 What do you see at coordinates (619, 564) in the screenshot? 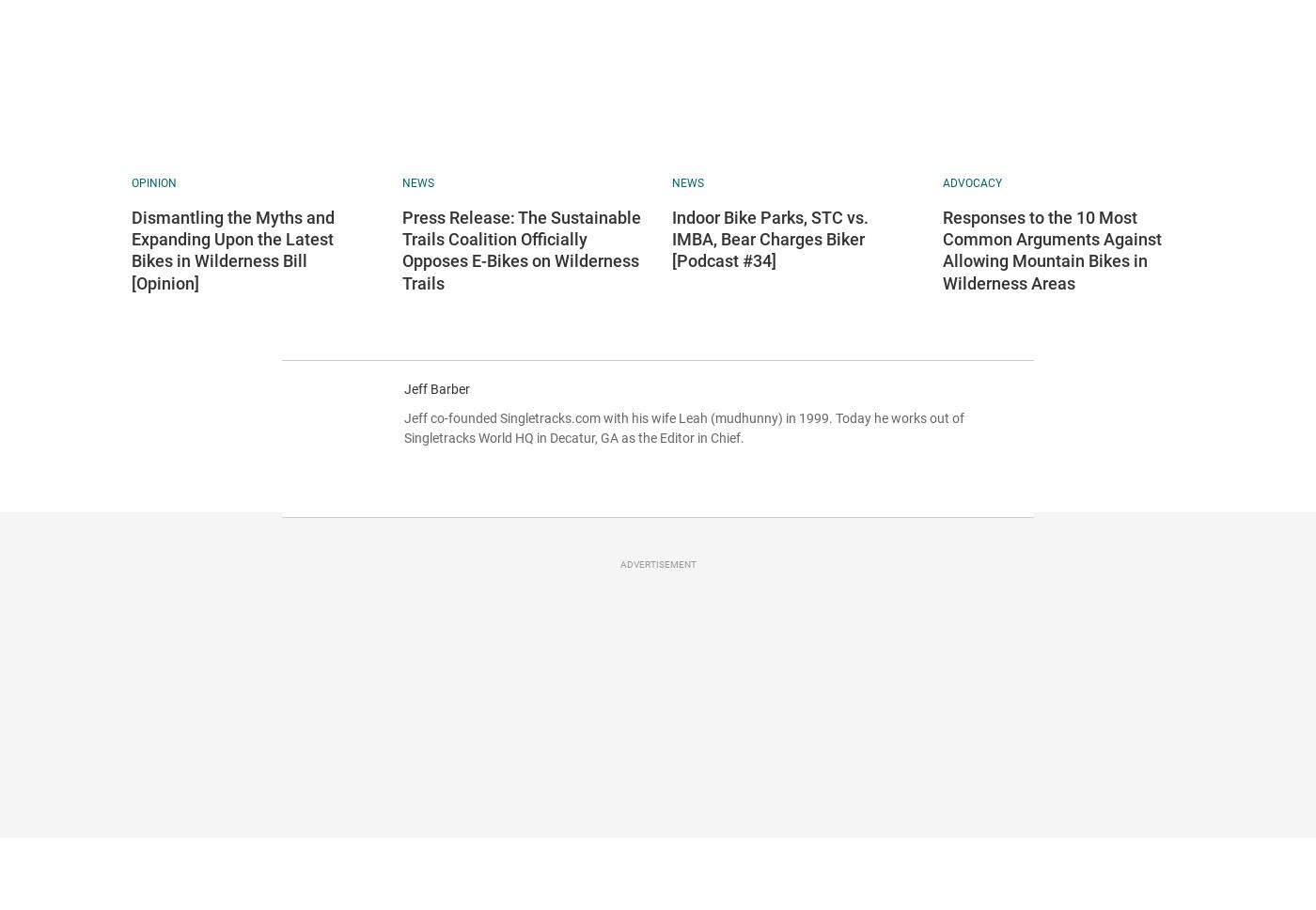
I see `'Advertisement'` at bounding box center [619, 564].